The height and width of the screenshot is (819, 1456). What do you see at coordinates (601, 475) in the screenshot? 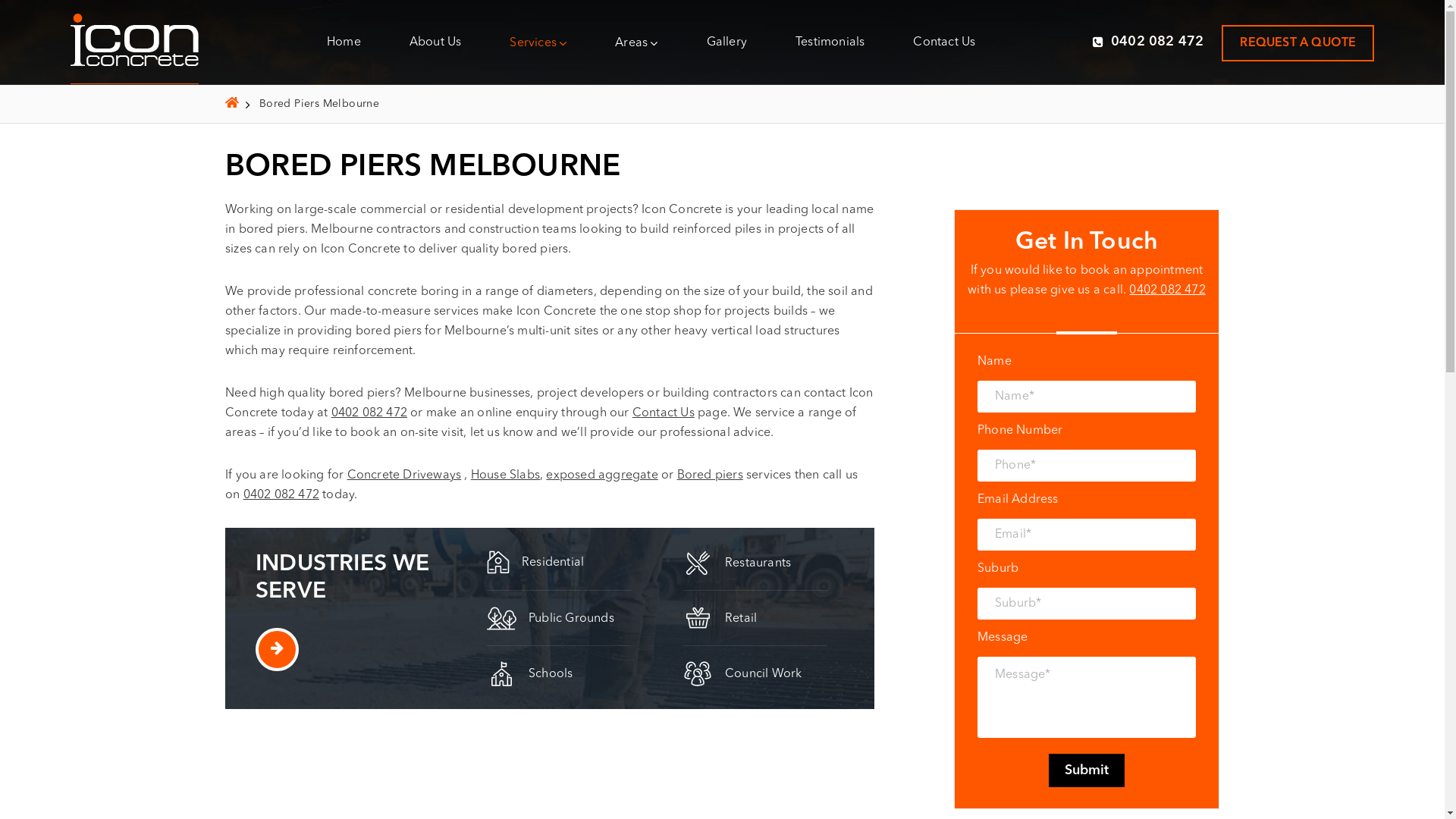
I see `'exposed aggregate'` at bounding box center [601, 475].